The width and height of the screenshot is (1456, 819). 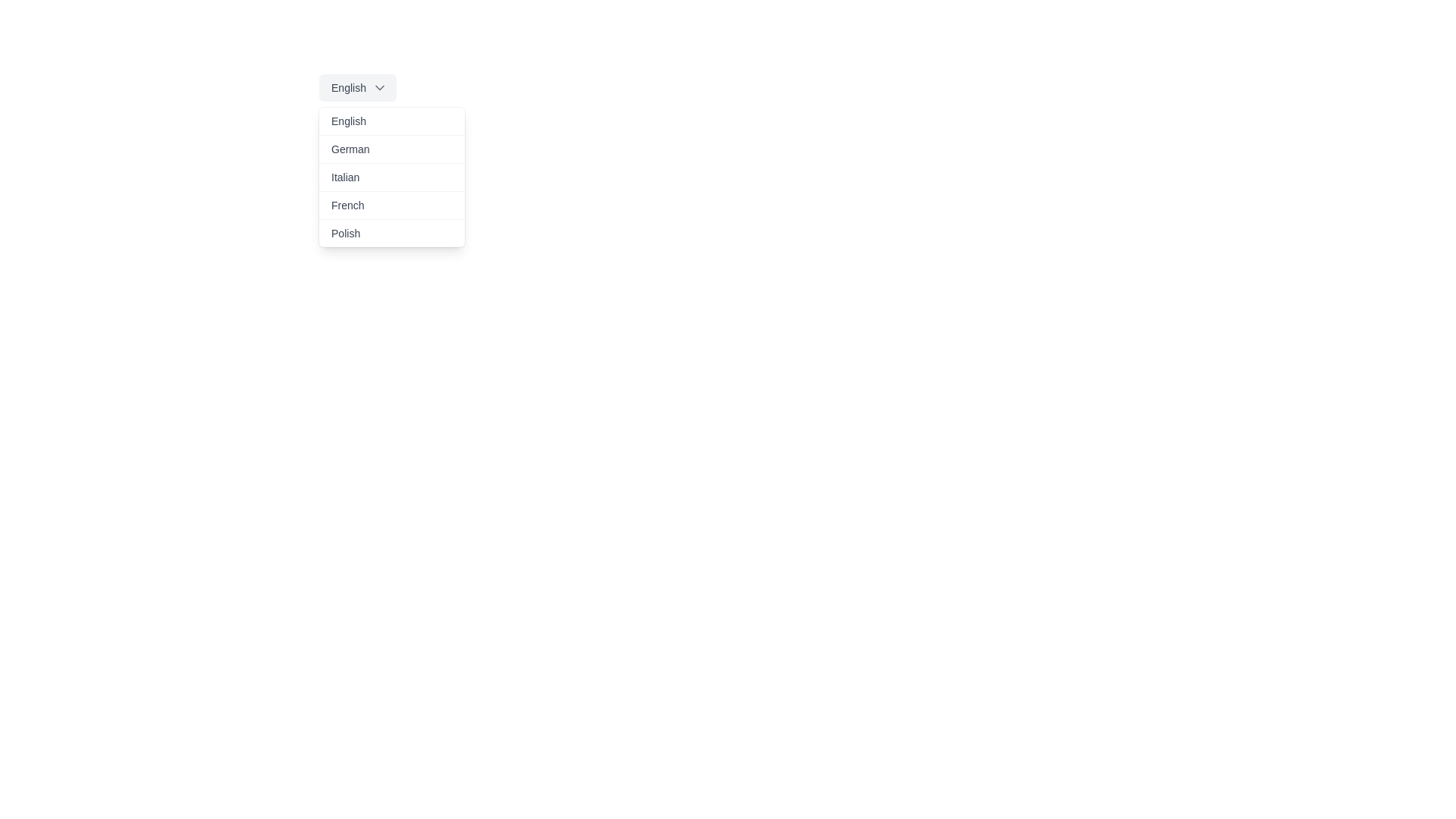 What do you see at coordinates (348, 87) in the screenshot?
I see `text of the 'English' label in the dropdown selector, which is styled in medium-gray over a light-gray background and positioned left of a chevron-down icon` at bounding box center [348, 87].